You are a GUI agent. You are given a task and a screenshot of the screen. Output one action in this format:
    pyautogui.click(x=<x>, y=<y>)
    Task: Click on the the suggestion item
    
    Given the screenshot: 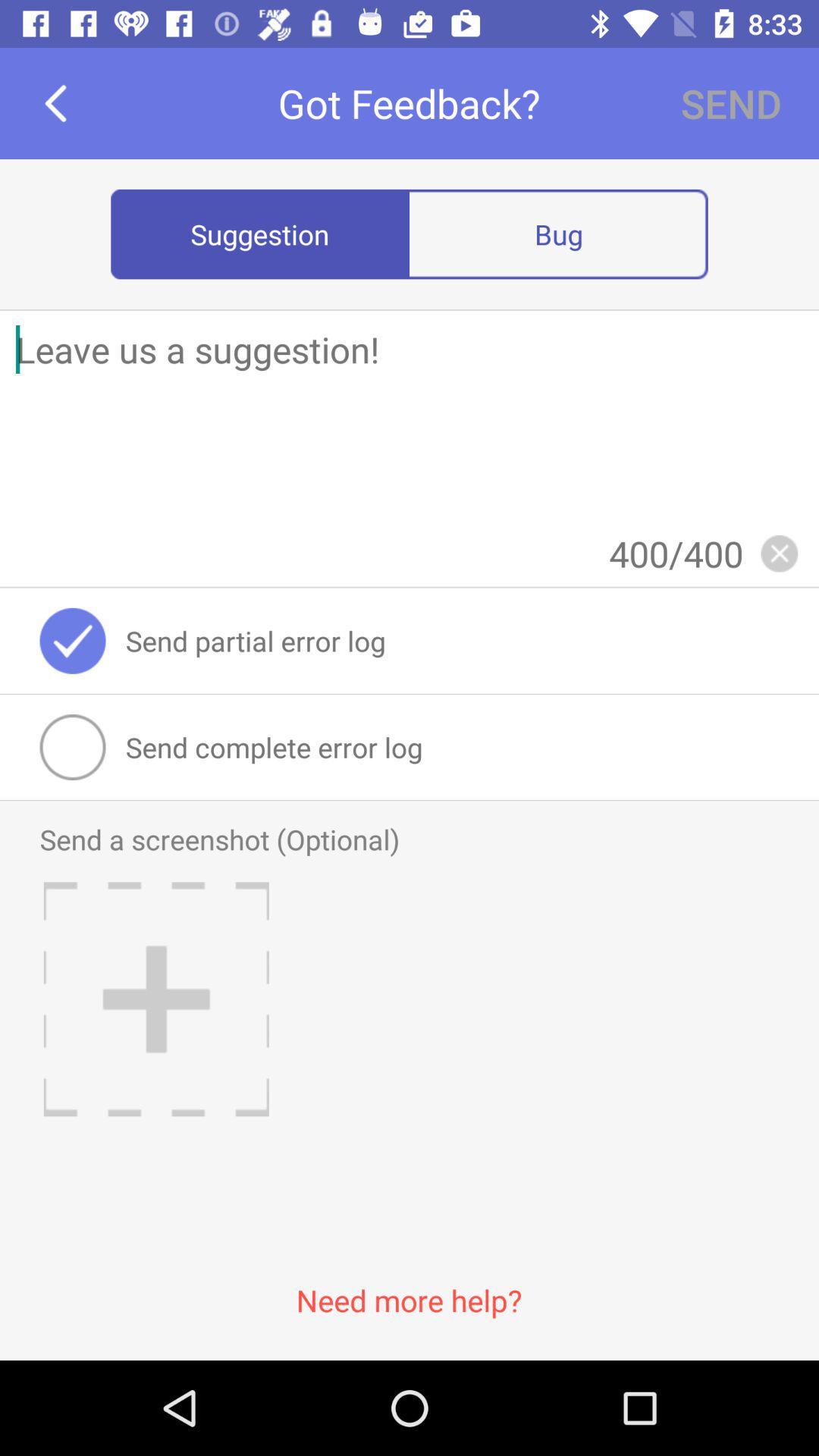 What is the action you would take?
    pyautogui.click(x=259, y=233)
    